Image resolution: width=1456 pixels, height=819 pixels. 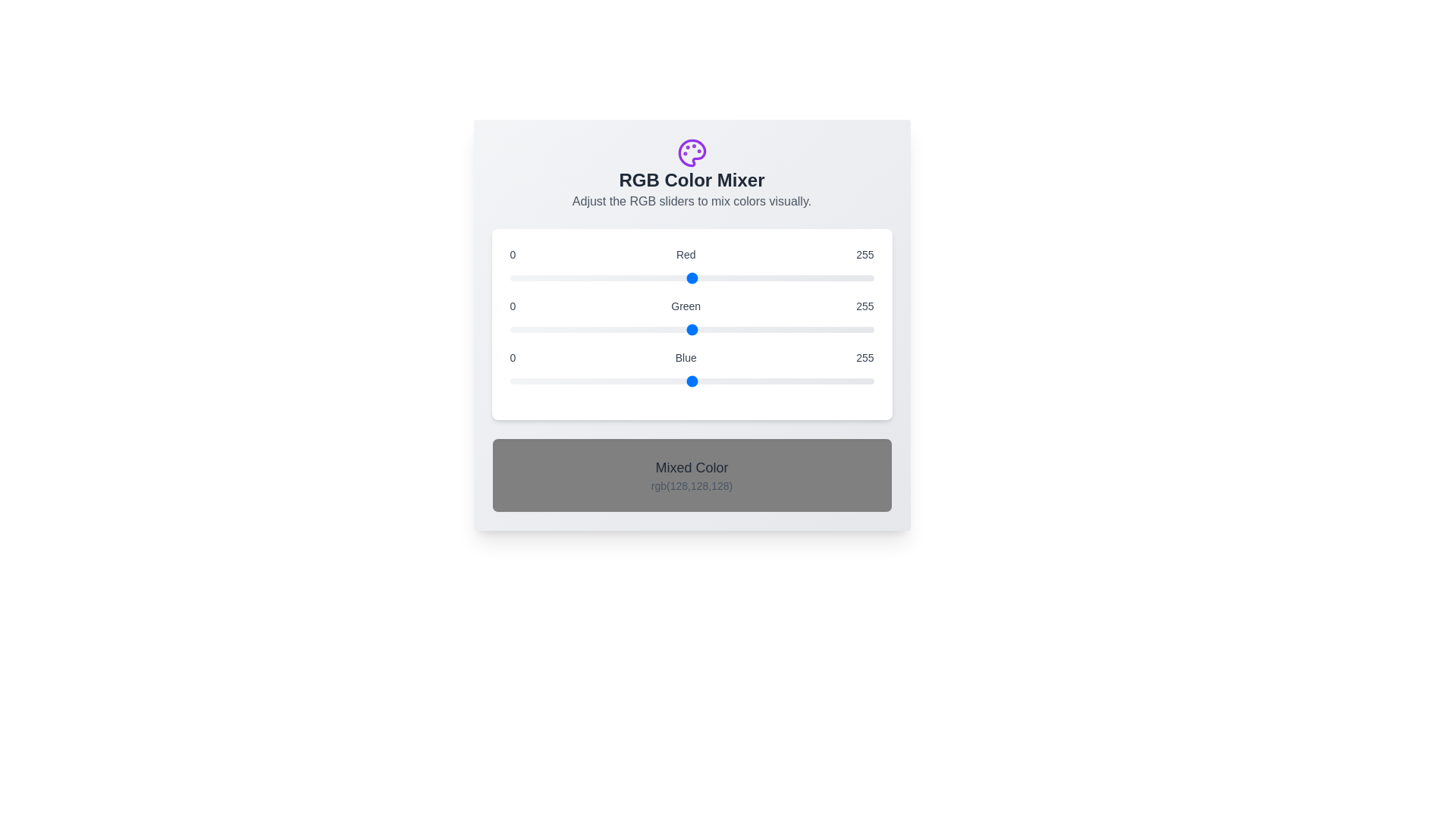 I want to click on the blue slider to a specific value 203 within the range 0 to 255, so click(x=799, y=380).